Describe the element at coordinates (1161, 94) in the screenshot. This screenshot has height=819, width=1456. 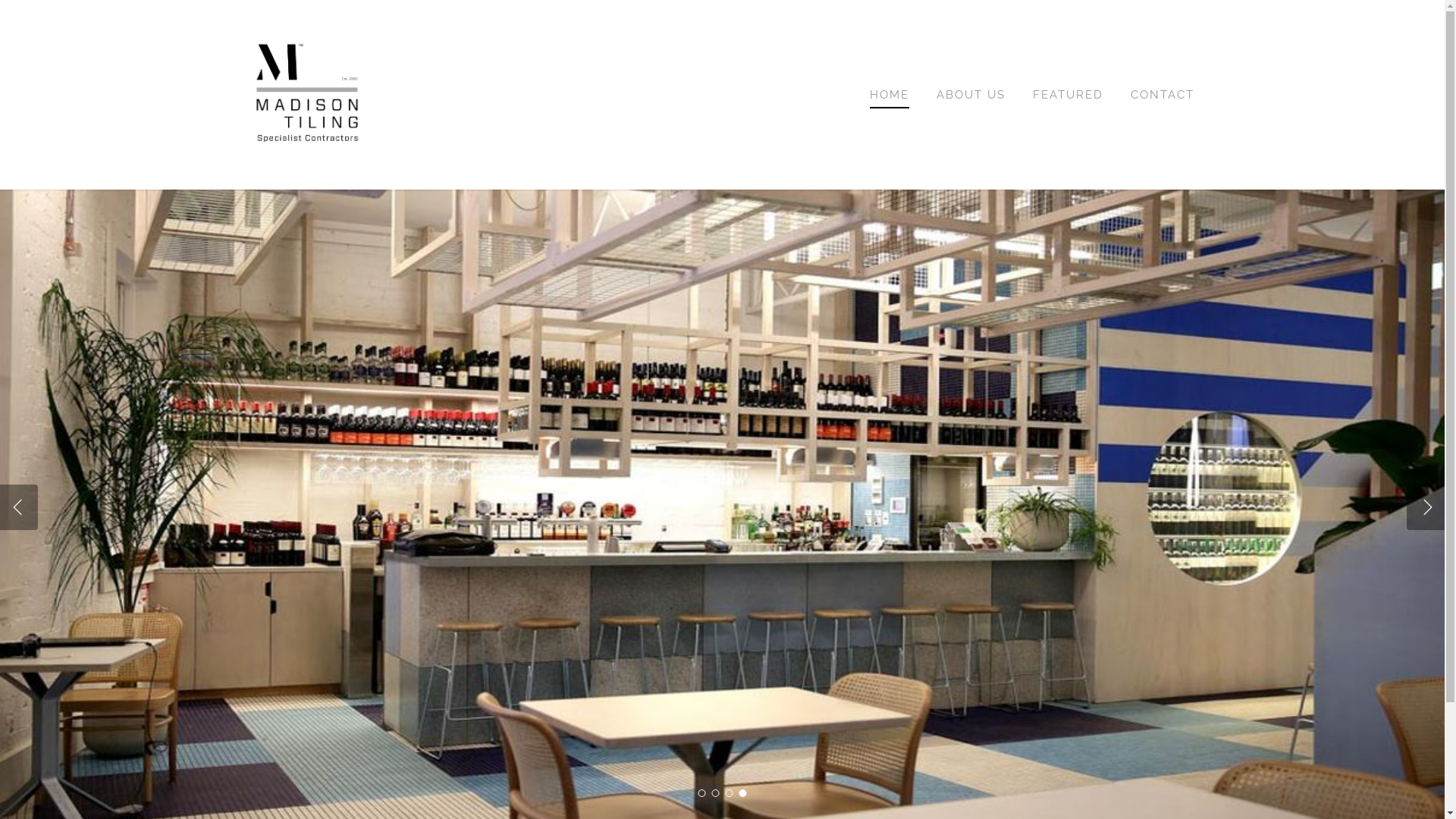
I see `'CONTACT'` at that location.